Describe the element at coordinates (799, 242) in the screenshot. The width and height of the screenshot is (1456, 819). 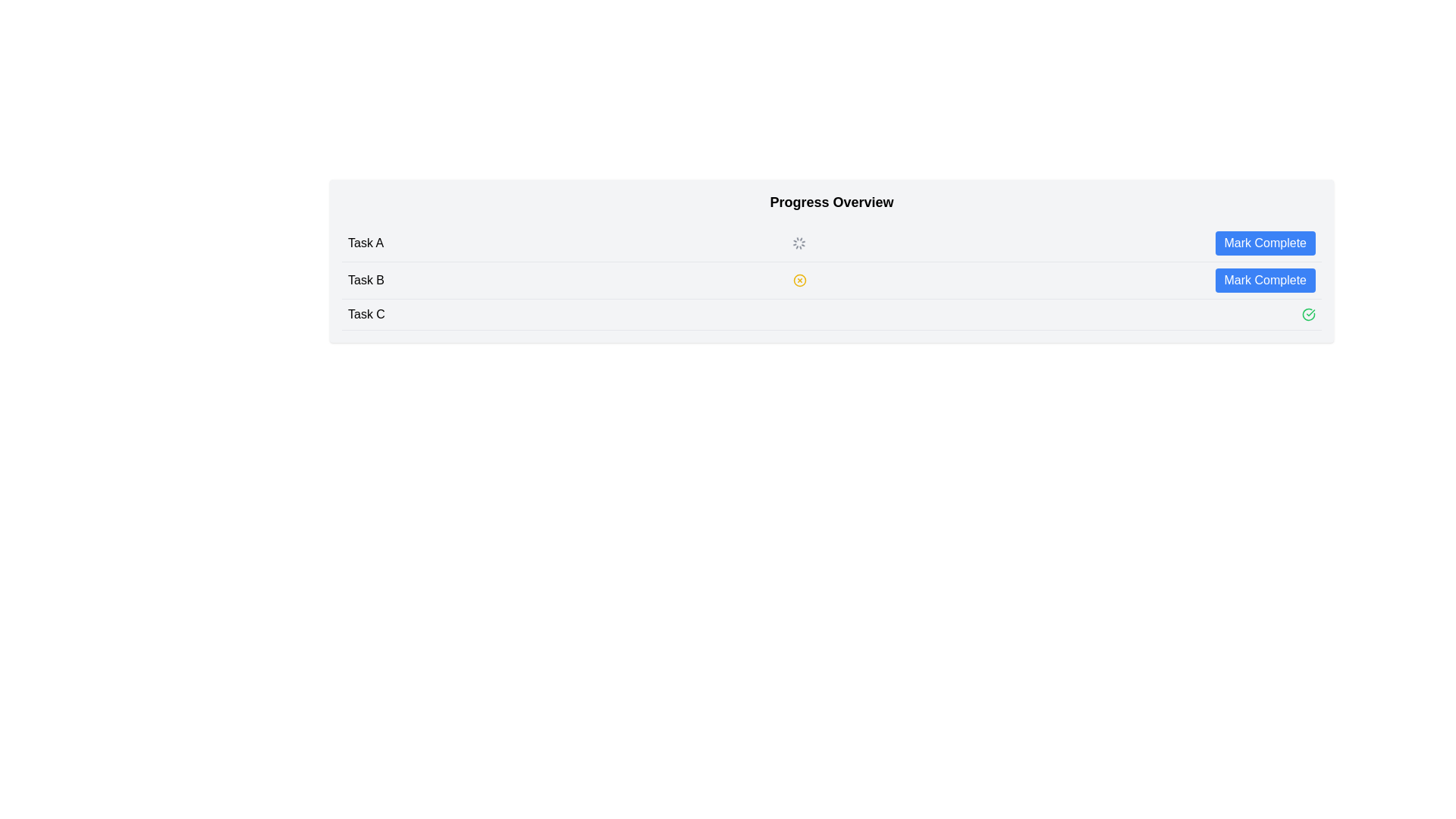
I see `the loading spinner icon located in the task progress overview table, which is the second item in the row containing 'Task A' and the 'Mark Complete' button` at that location.